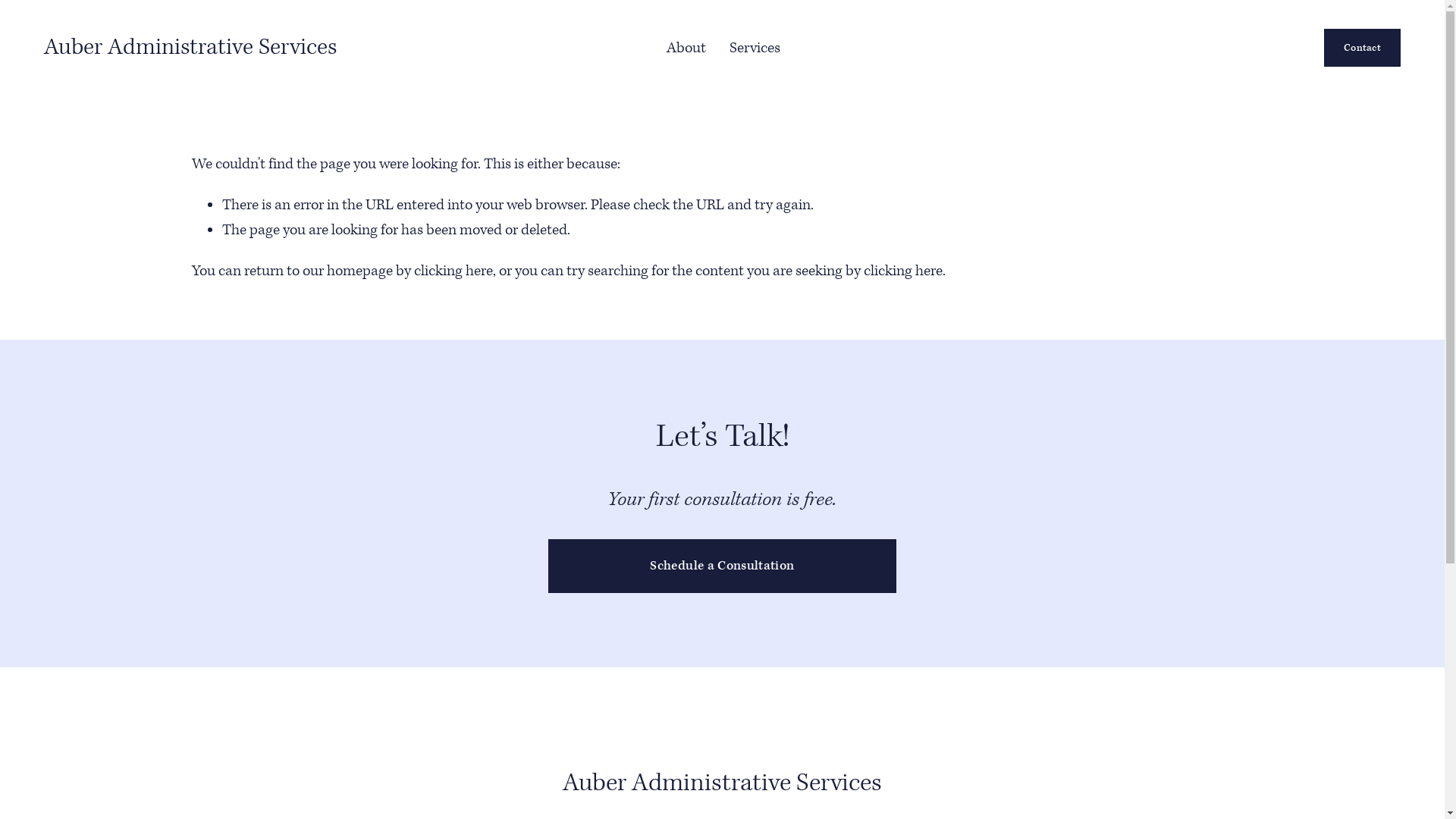  What do you see at coordinates (453, 270) in the screenshot?
I see `'clicking here'` at bounding box center [453, 270].